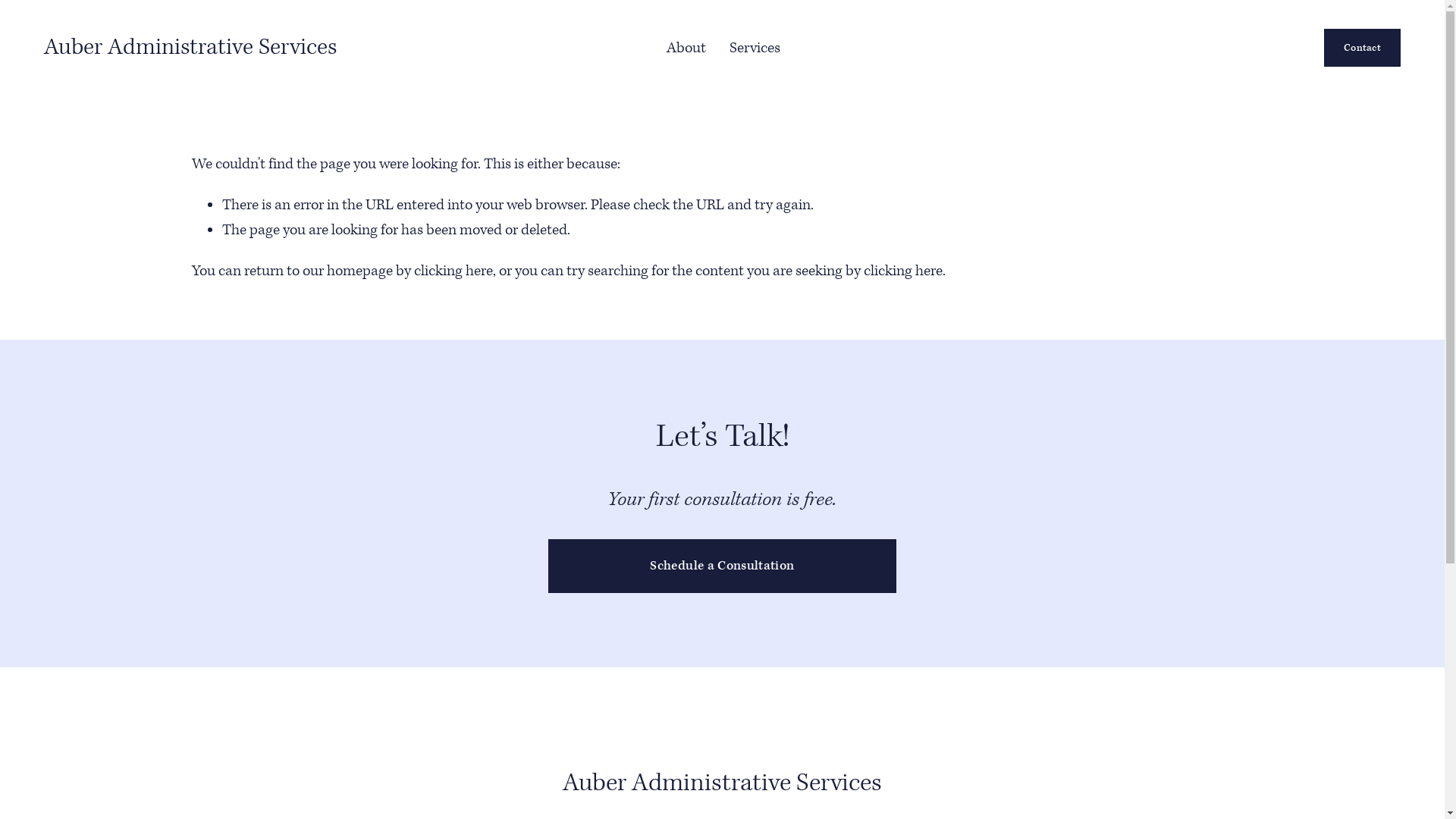  What do you see at coordinates (453, 270) in the screenshot?
I see `'clicking here'` at bounding box center [453, 270].